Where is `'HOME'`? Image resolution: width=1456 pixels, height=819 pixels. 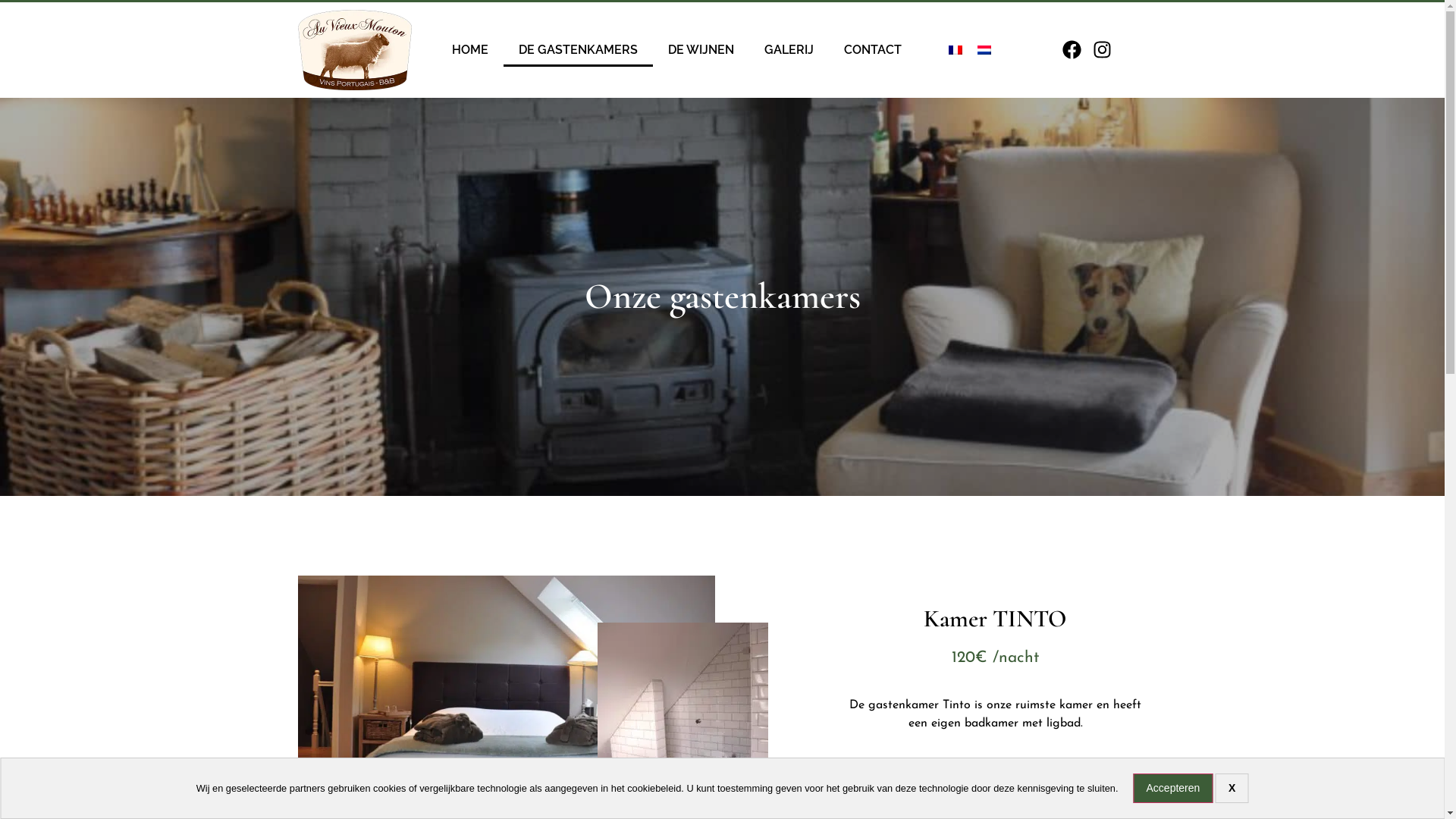
'HOME' is located at coordinates (469, 49).